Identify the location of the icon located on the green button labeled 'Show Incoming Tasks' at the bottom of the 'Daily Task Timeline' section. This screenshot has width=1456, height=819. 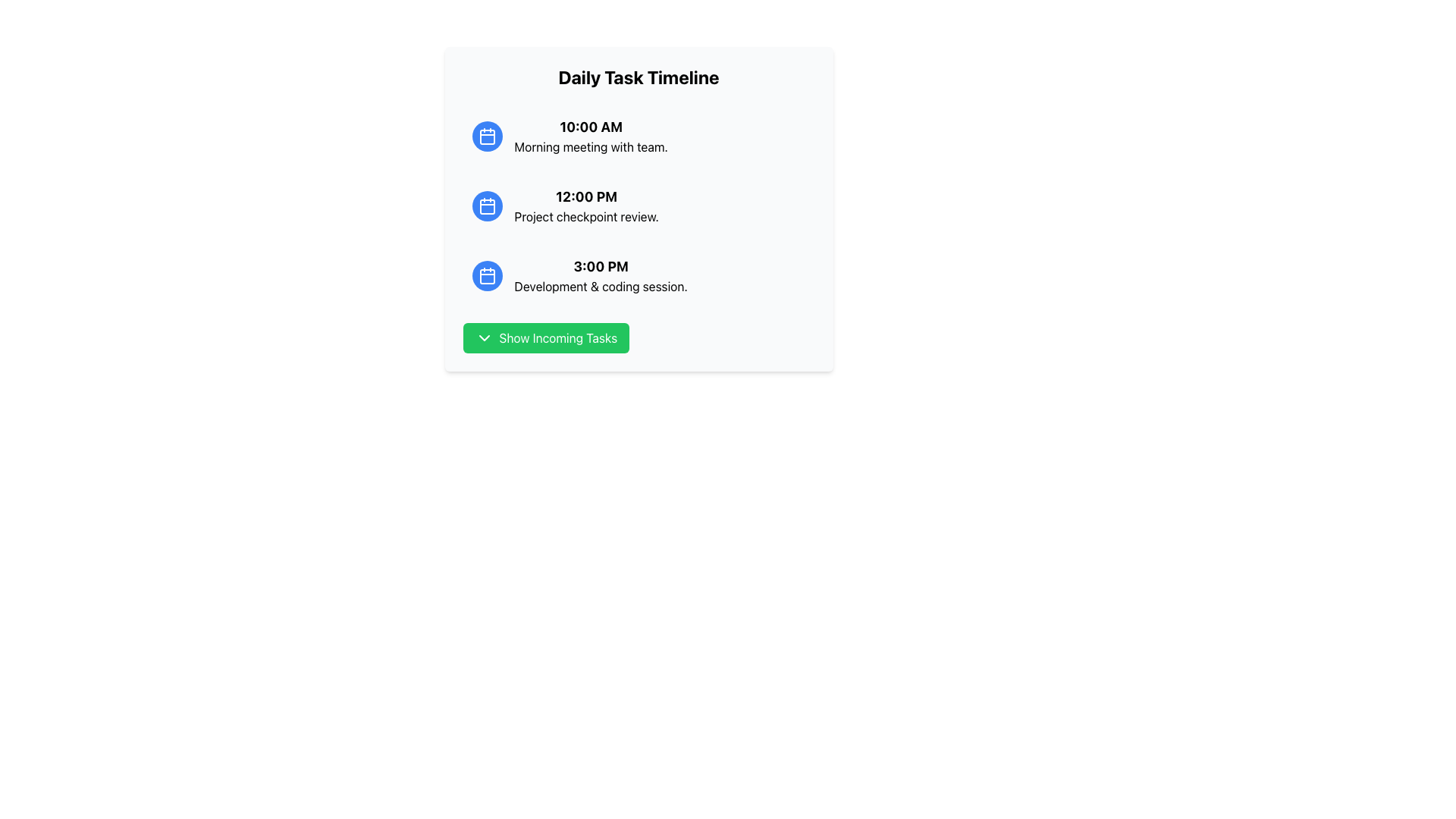
(483, 337).